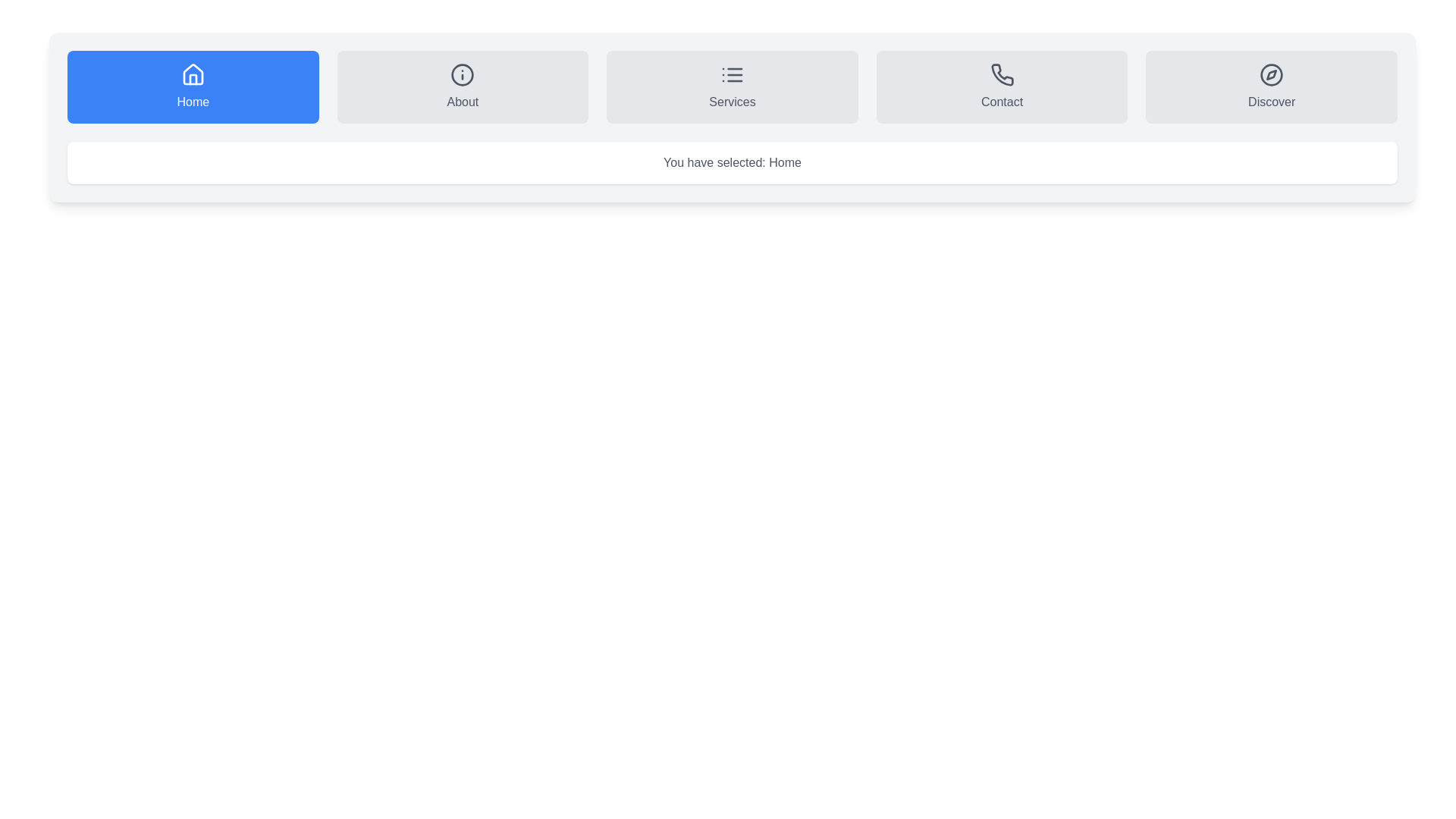 This screenshot has height=819, width=1456. Describe the element at coordinates (192, 102) in the screenshot. I see `the 'Home' text label, which is styled in white text on a blue background and is located centrally below a house-shaped icon in the top left button of the navigation menu bar` at that location.